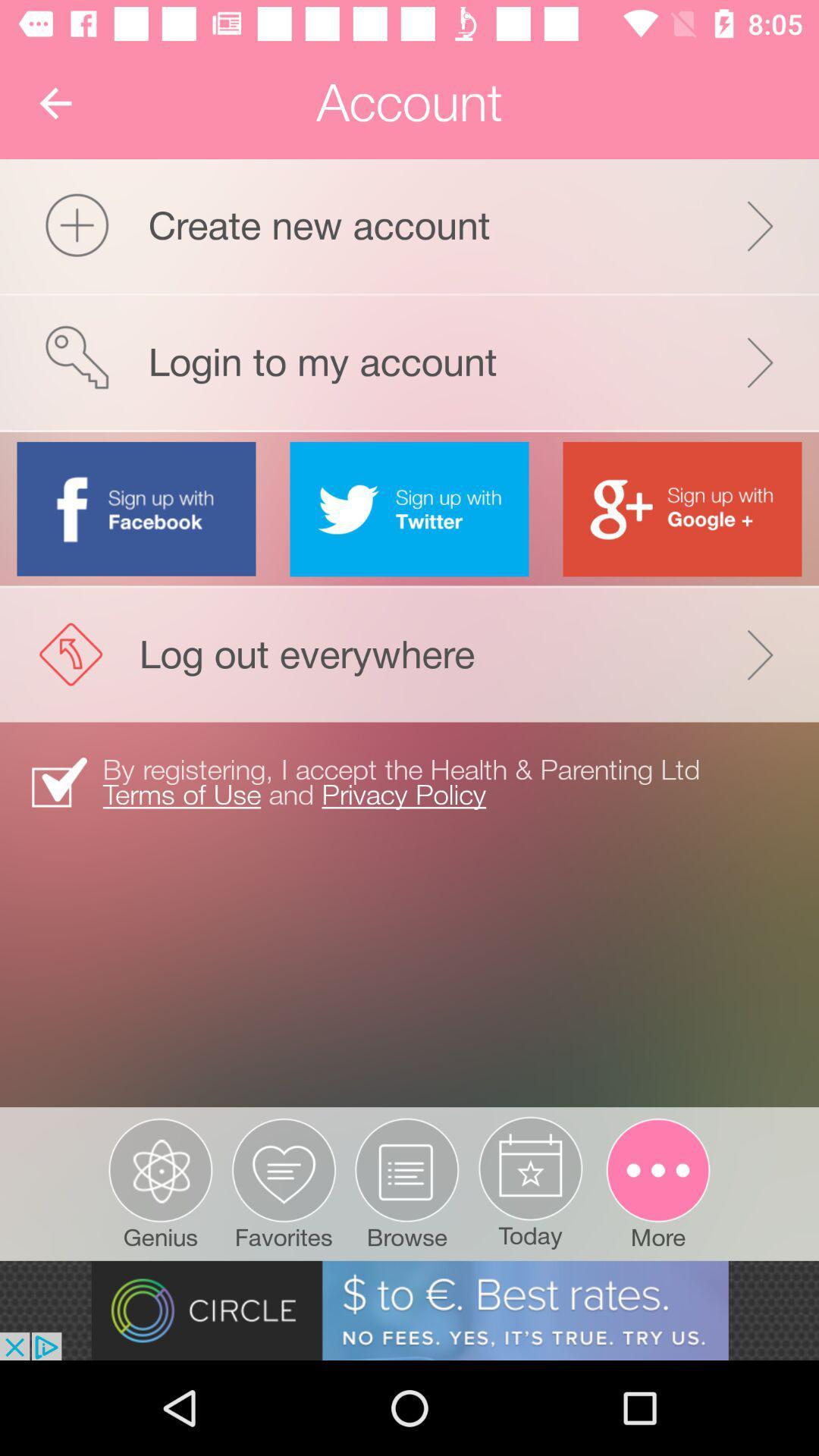  Describe the element at coordinates (681, 509) in the screenshot. I see `link to google account button` at that location.